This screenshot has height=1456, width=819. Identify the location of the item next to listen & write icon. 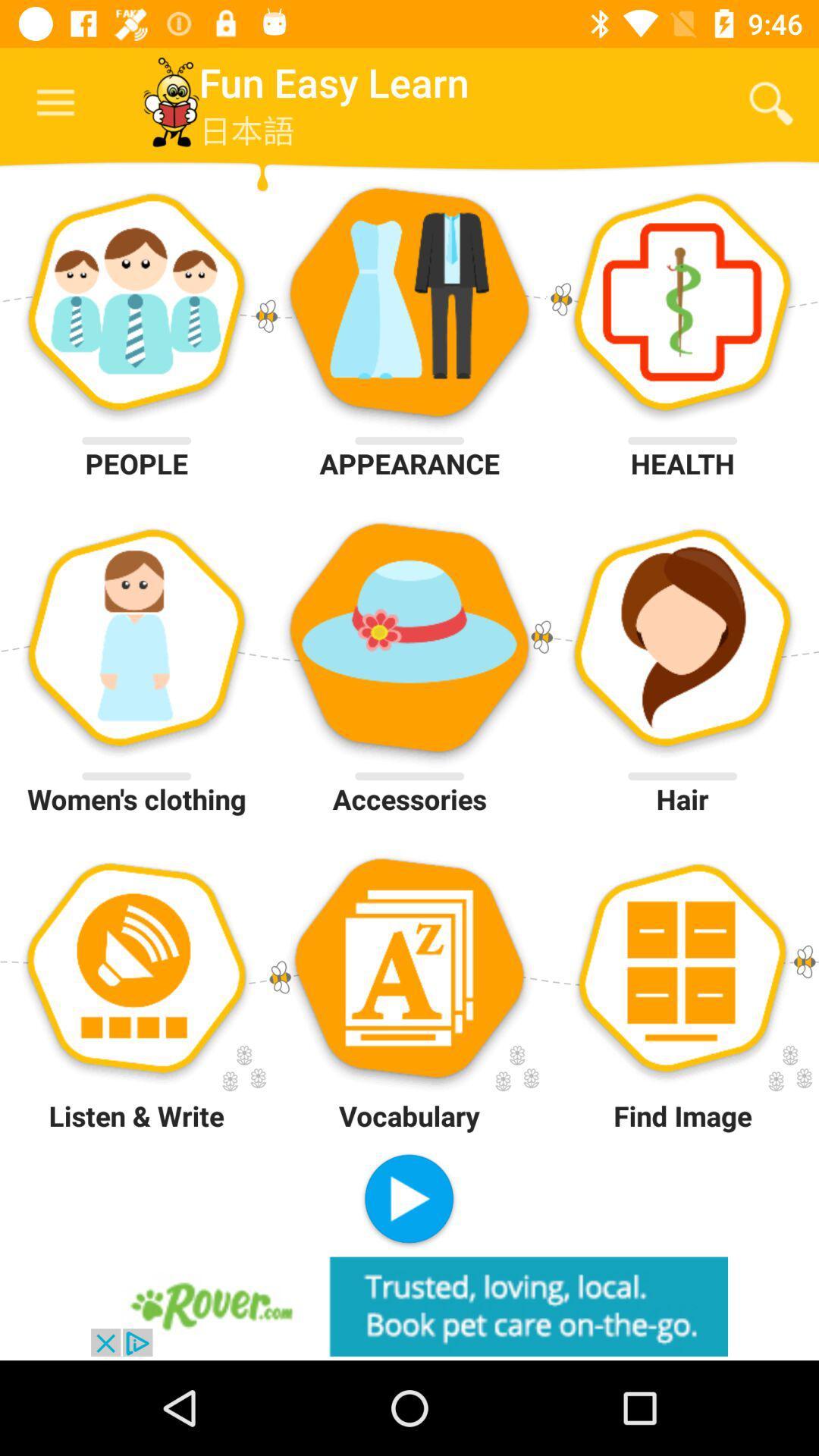
(408, 1200).